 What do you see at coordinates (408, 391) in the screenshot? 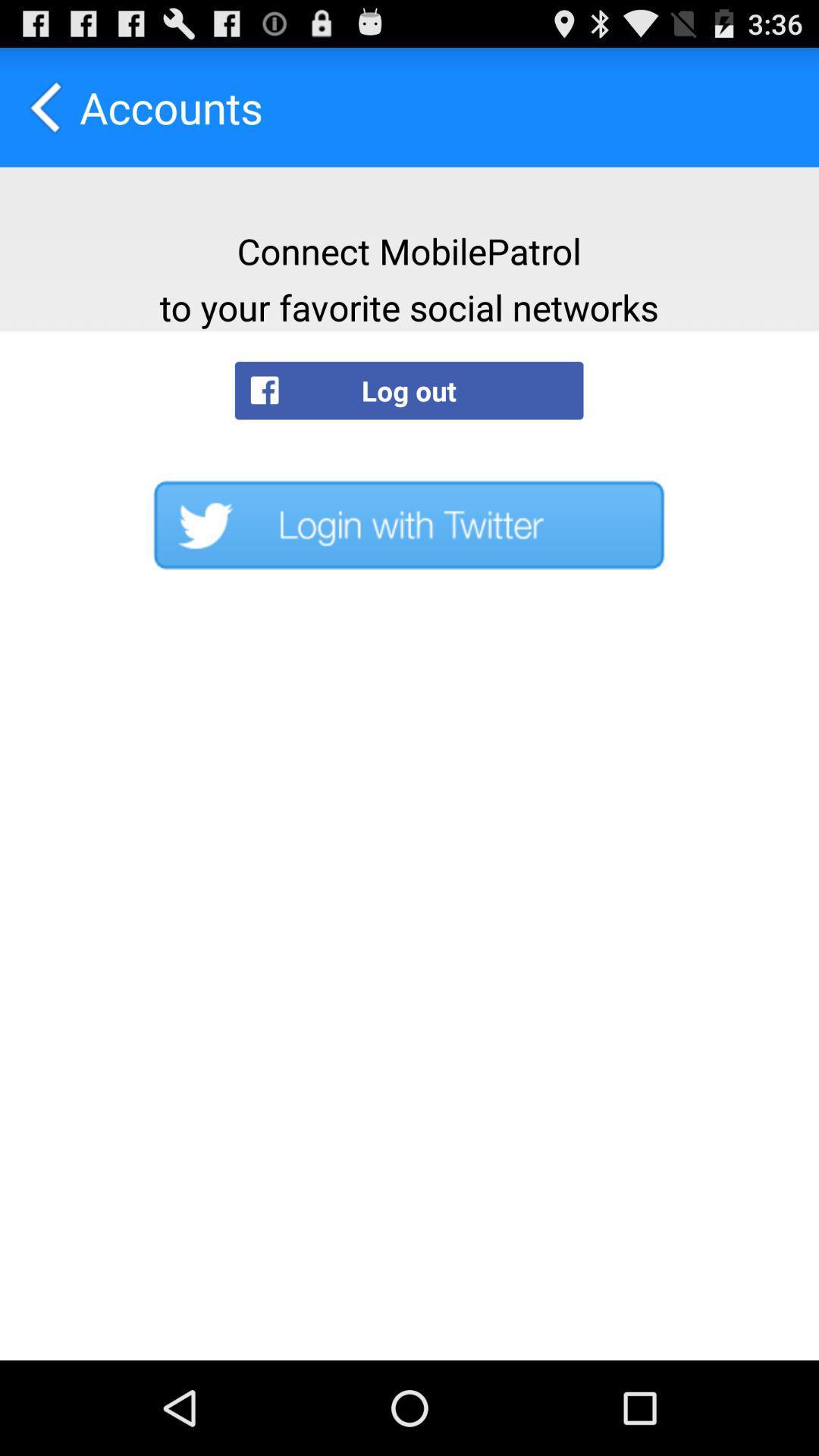
I see `item below to your favorite icon` at bounding box center [408, 391].